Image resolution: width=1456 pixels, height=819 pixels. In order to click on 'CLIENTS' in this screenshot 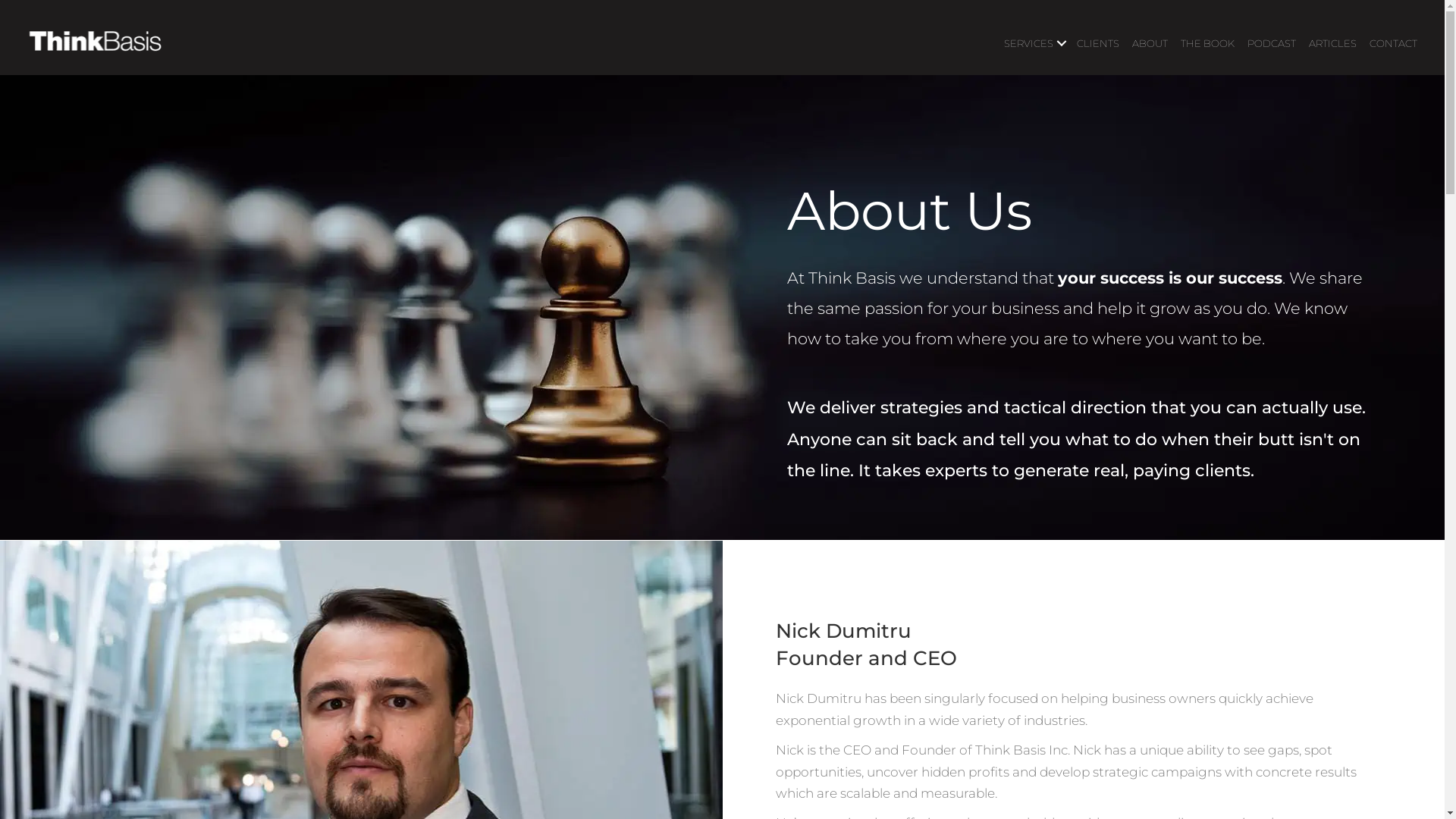, I will do `click(1098, 42)`.